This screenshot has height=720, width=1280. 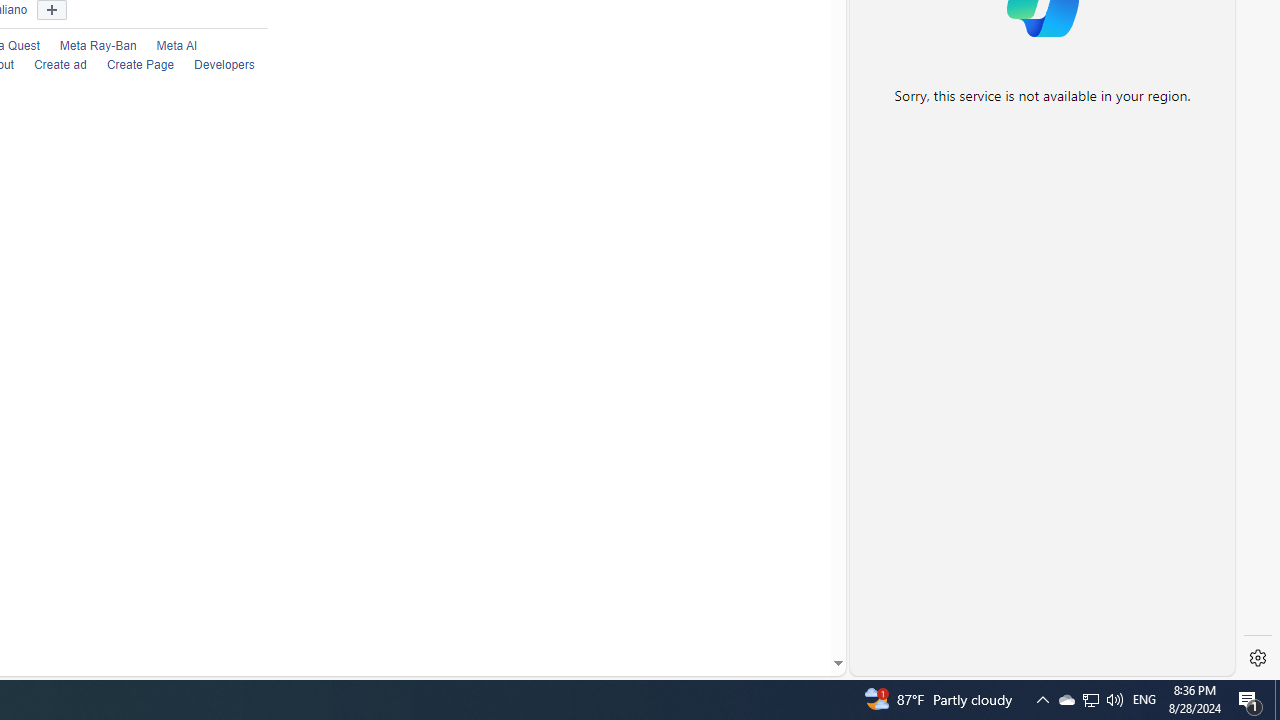 What do you see at coordinates (214, 65) in the screenshot?
I see `'Developers'` at bounding box center [214, 65].